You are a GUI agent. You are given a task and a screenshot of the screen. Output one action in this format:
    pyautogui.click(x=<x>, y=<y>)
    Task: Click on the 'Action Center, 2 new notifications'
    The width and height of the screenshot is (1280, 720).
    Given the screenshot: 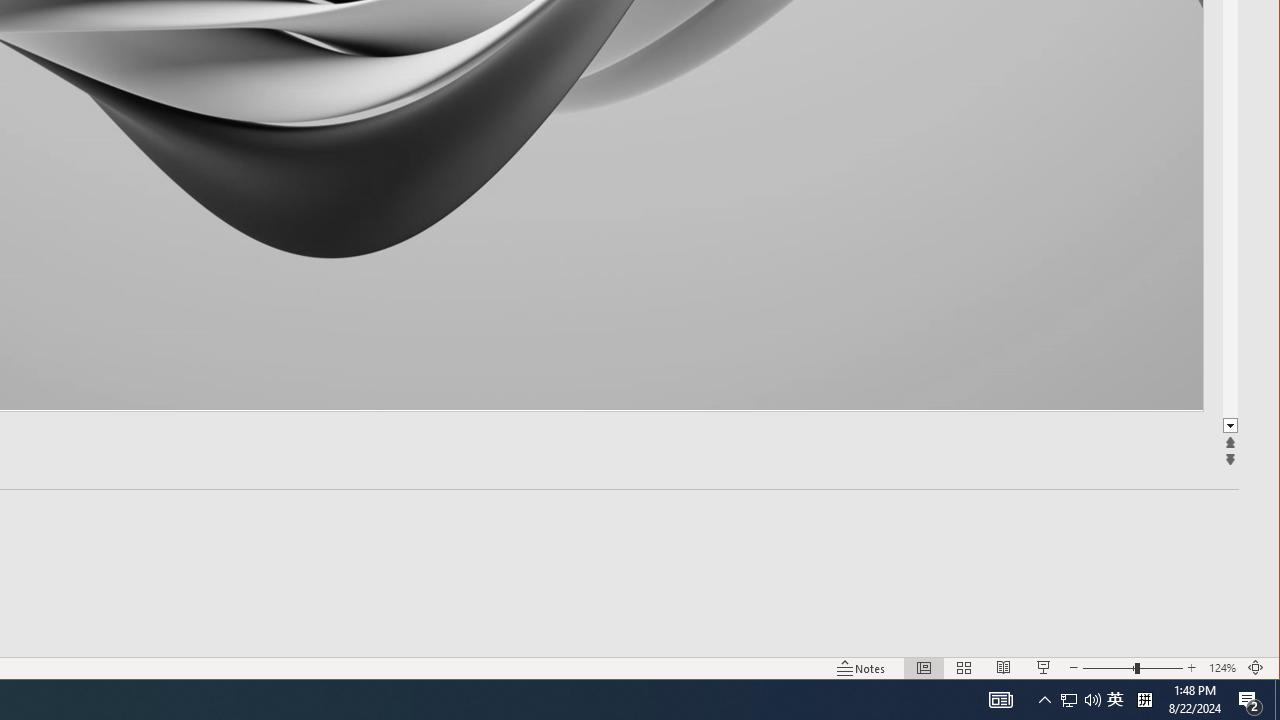 What is the action you would take?
    pyautogui.click(x=1250, y=698)
    